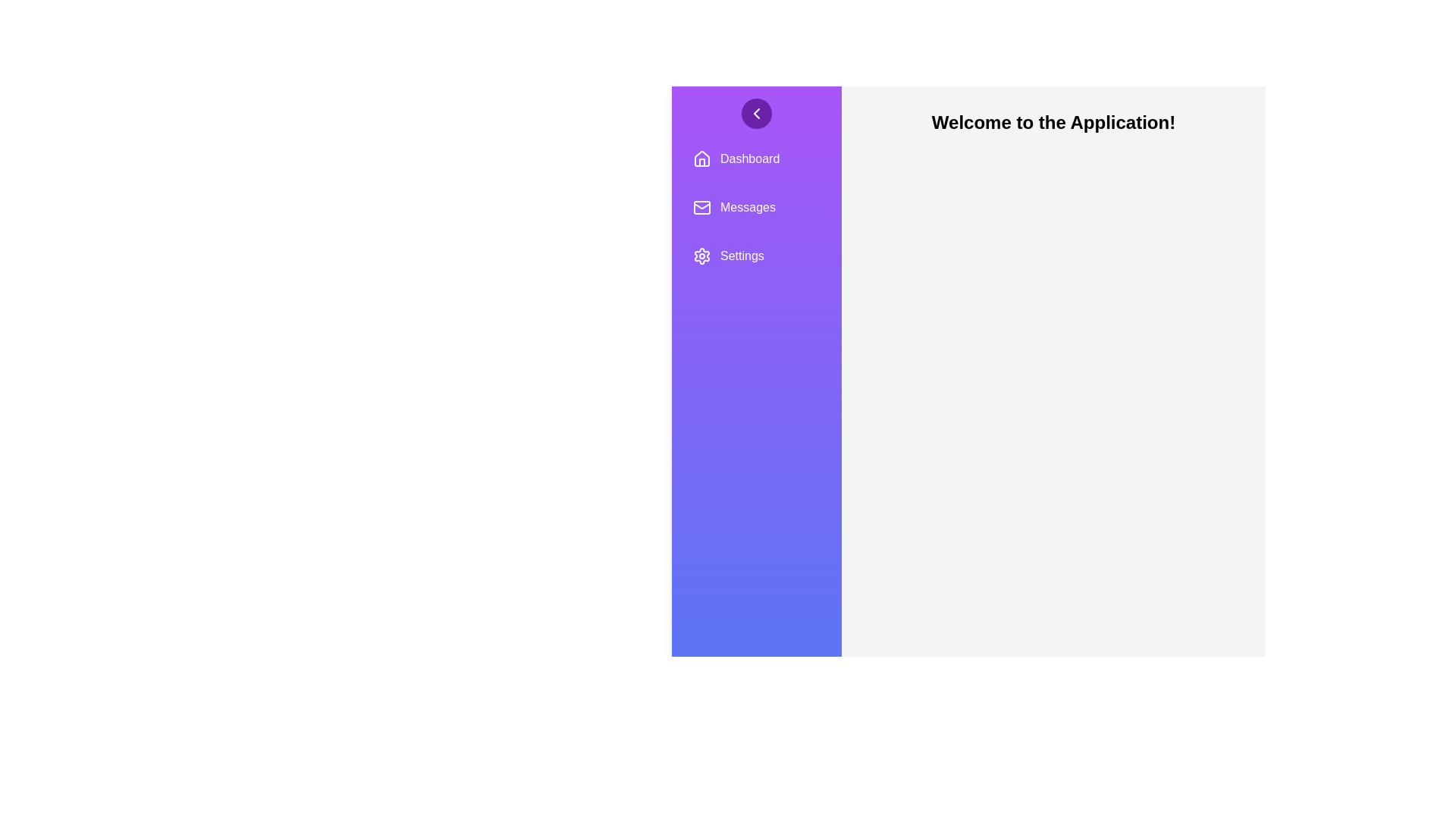  What do you see at coordinates (748, 207) in the screenshot?
I see `the 'Messages' text label in the sidebar menu` at bounding box center [748, 207].